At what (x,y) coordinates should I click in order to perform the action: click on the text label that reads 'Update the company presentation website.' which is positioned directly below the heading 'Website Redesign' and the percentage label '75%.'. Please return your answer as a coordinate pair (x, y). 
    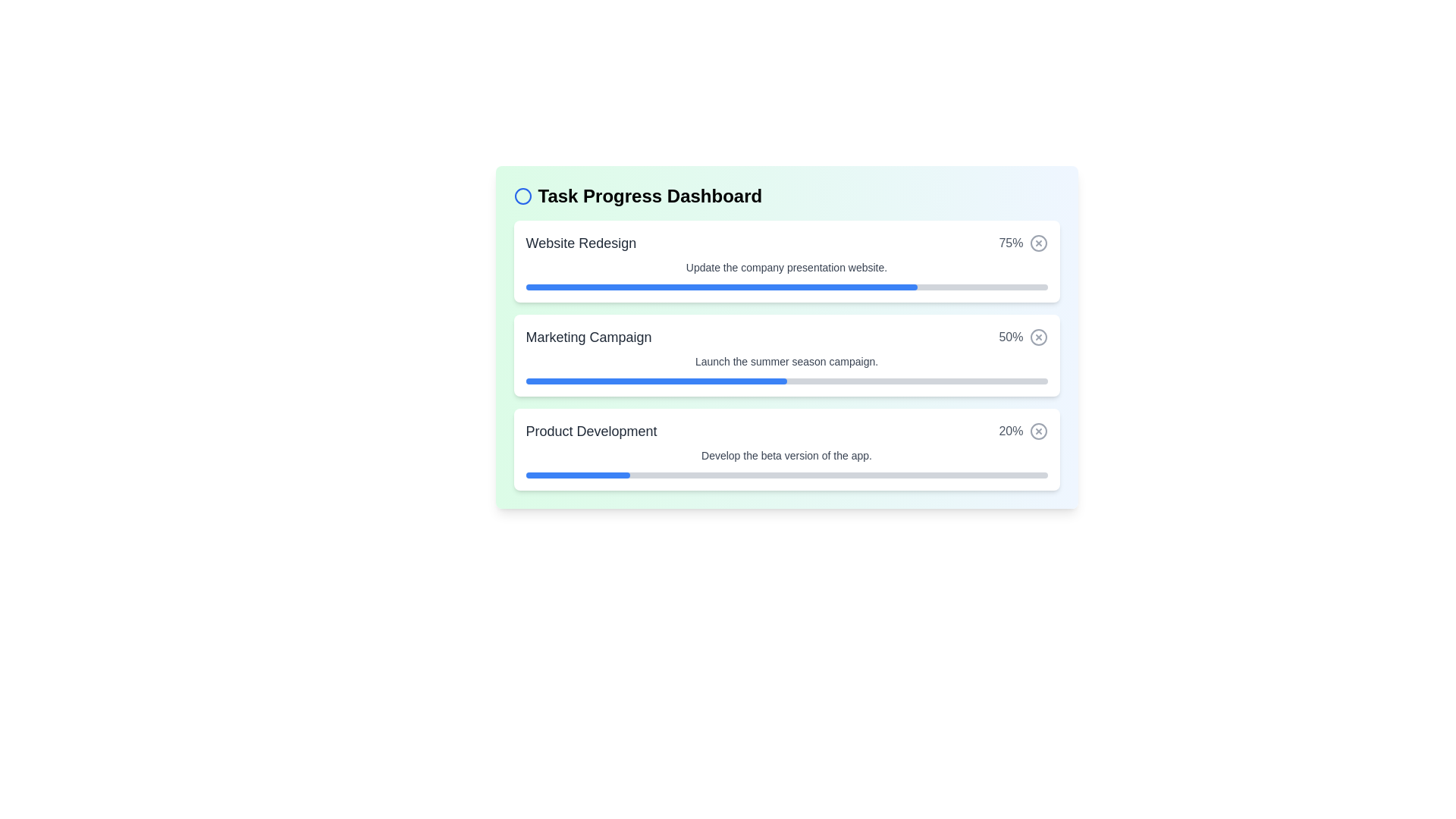
    Looking at the image, I should click on (786, 267).